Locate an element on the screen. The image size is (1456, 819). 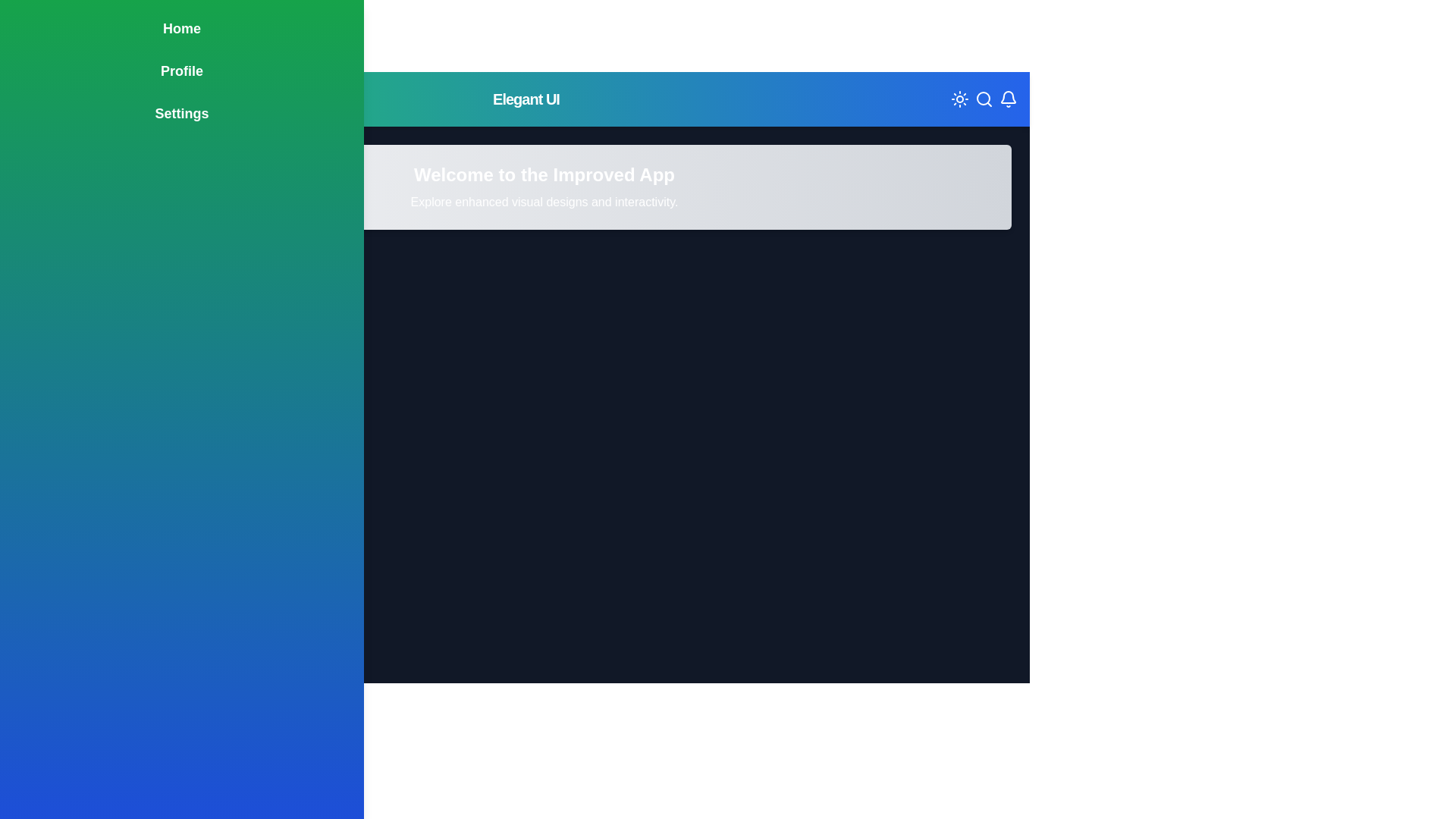
the menu item labeled Settings is located at coordinates (182, 113).